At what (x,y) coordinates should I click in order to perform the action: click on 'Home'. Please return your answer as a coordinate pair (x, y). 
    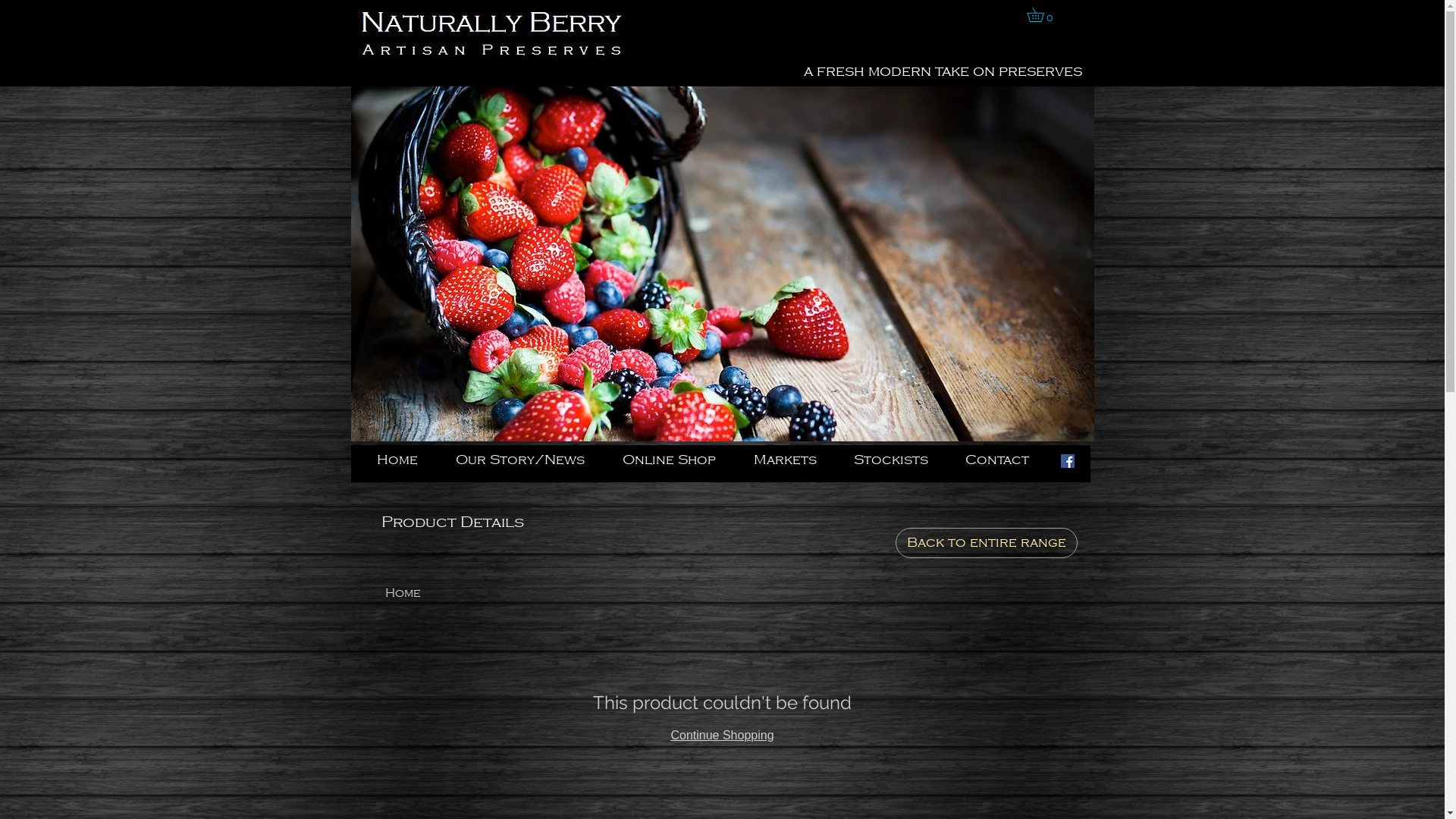
    Looking at the image, I should click on (385, 592).